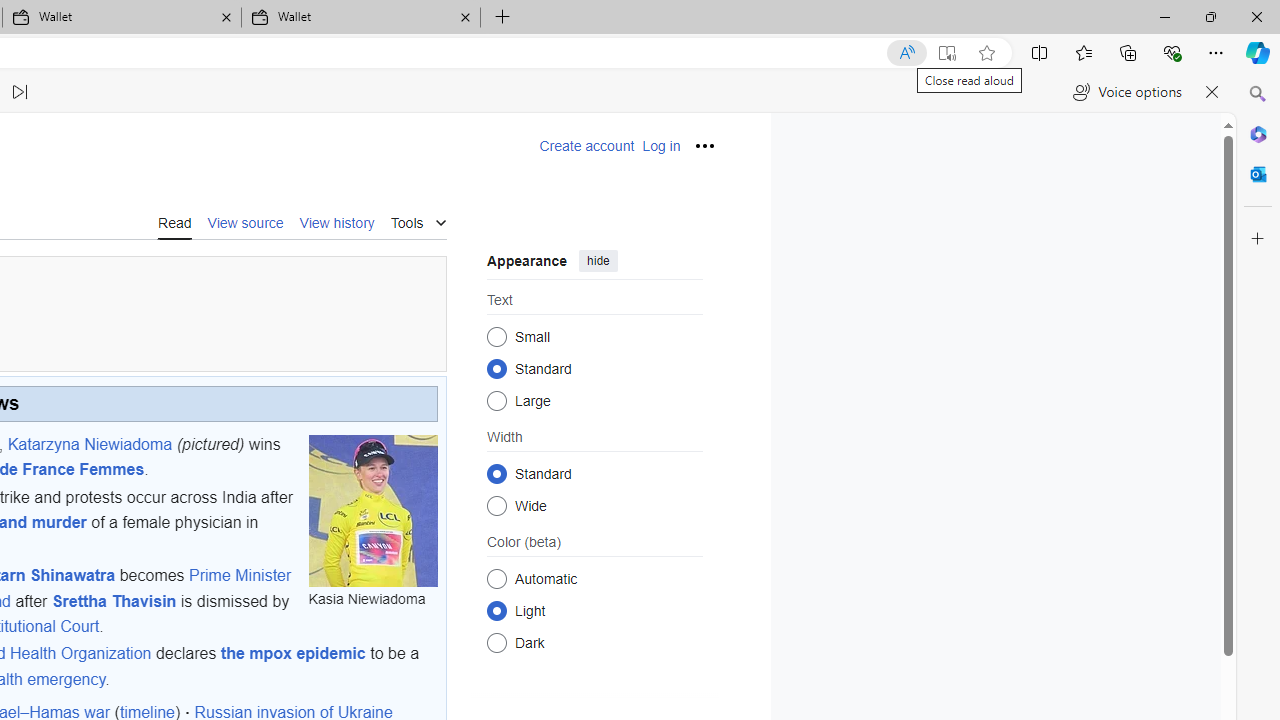  I want to click on 'View source', so click(244, 221).